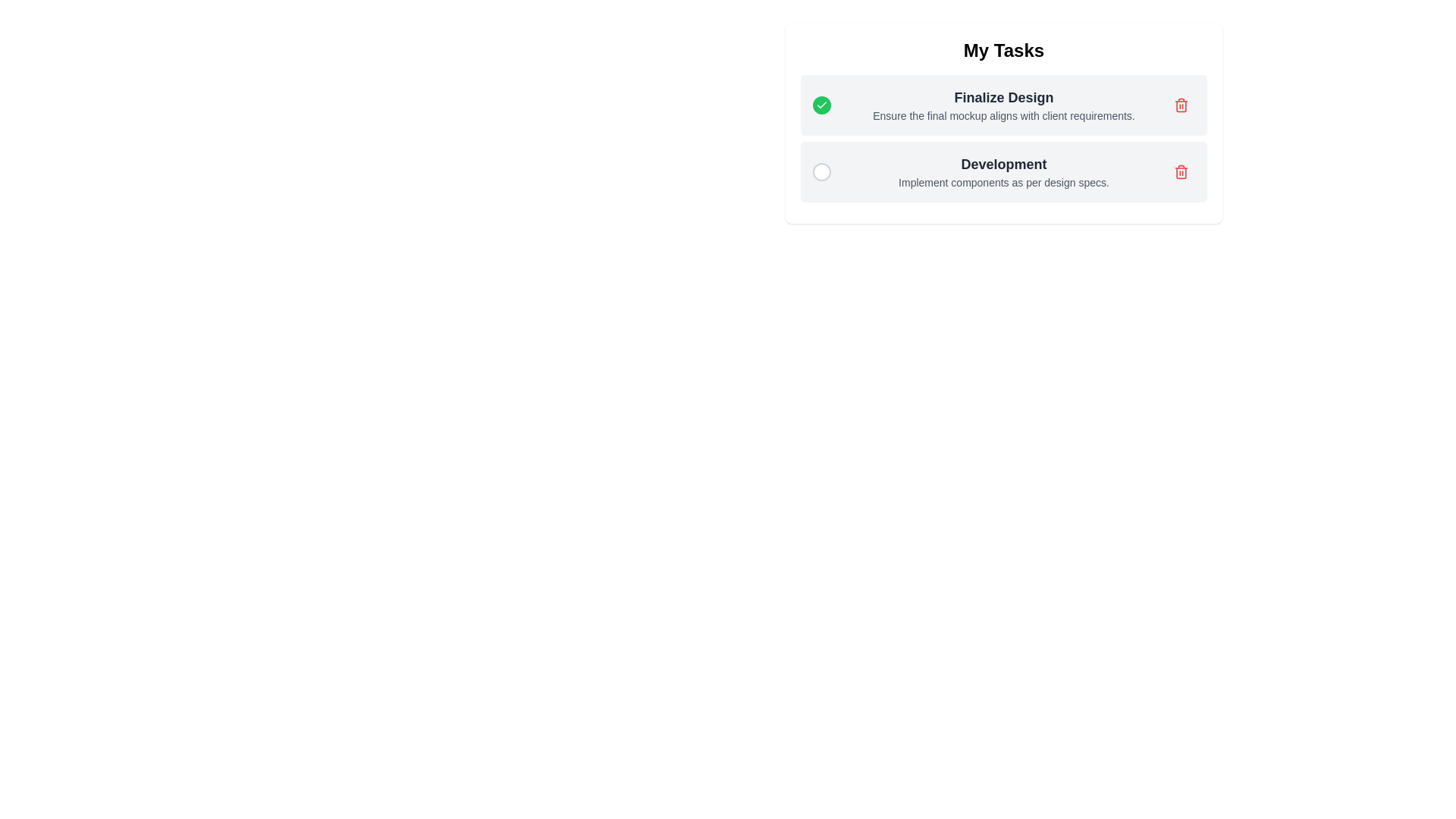 Image resolution: width=1456 pixels, height=819 pixels. I want to click on the delete button for the task Finalize Design, so click(1181, 104).